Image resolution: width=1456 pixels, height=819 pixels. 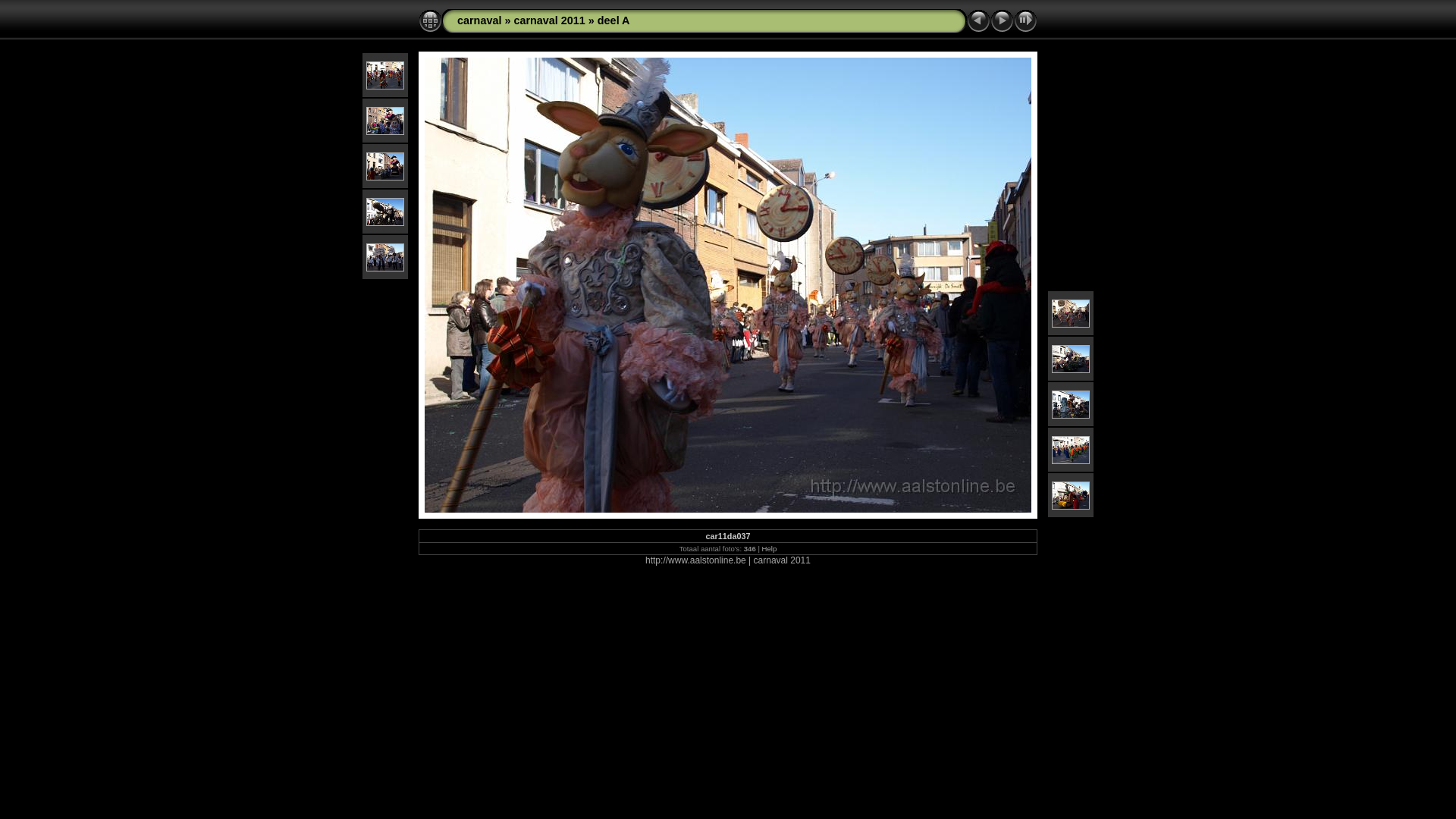 What do you see at coordinates (429, 20) in the screenshot?
I see `' Inhoudspagina '` at bounding box center [429, 20].